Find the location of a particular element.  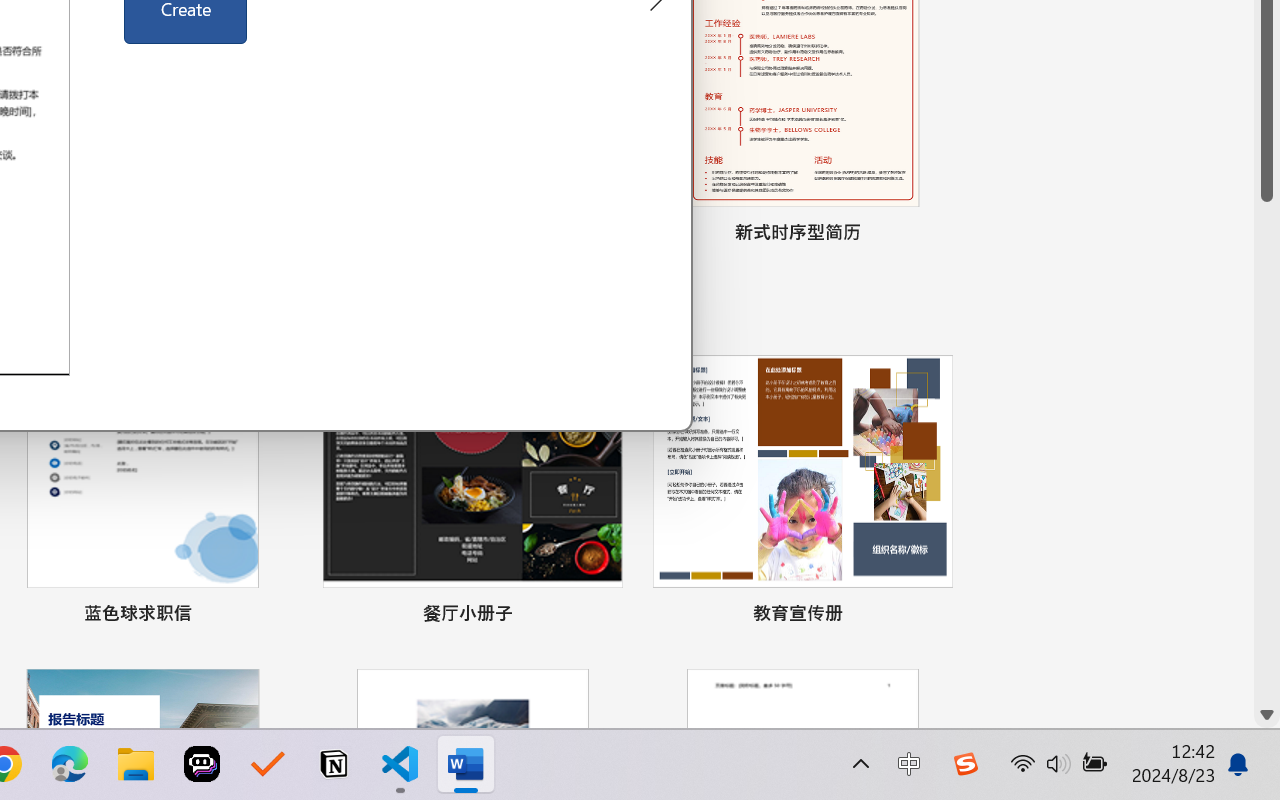

'Line down' is located at coordinates (1266, 714).